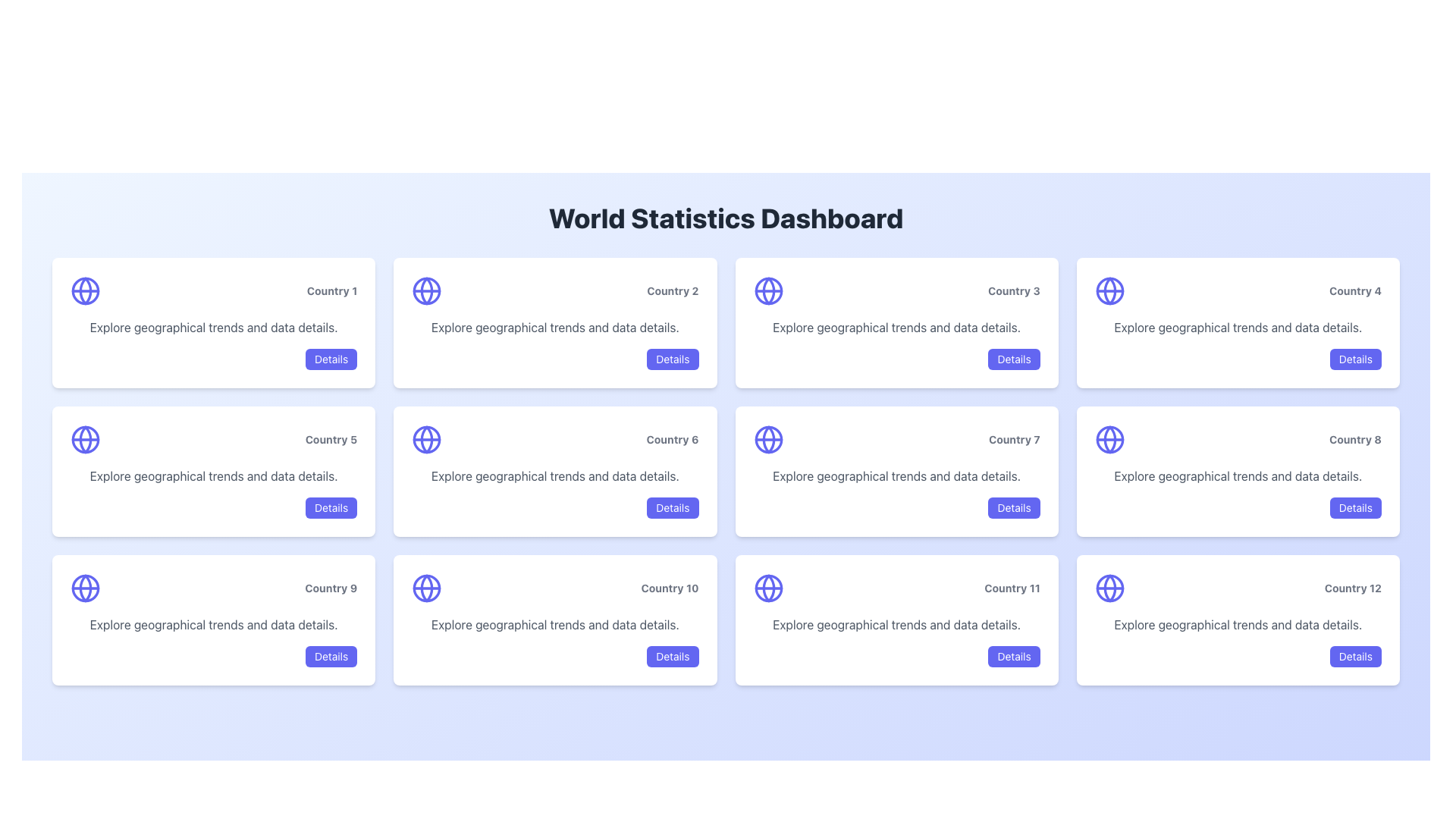 The image size is (1456, 819). I want to click on the central circular part of the globe icon located in the card labeled 'Country 4' in the second row and fourth column of a grid layout, so click(1109, 291).